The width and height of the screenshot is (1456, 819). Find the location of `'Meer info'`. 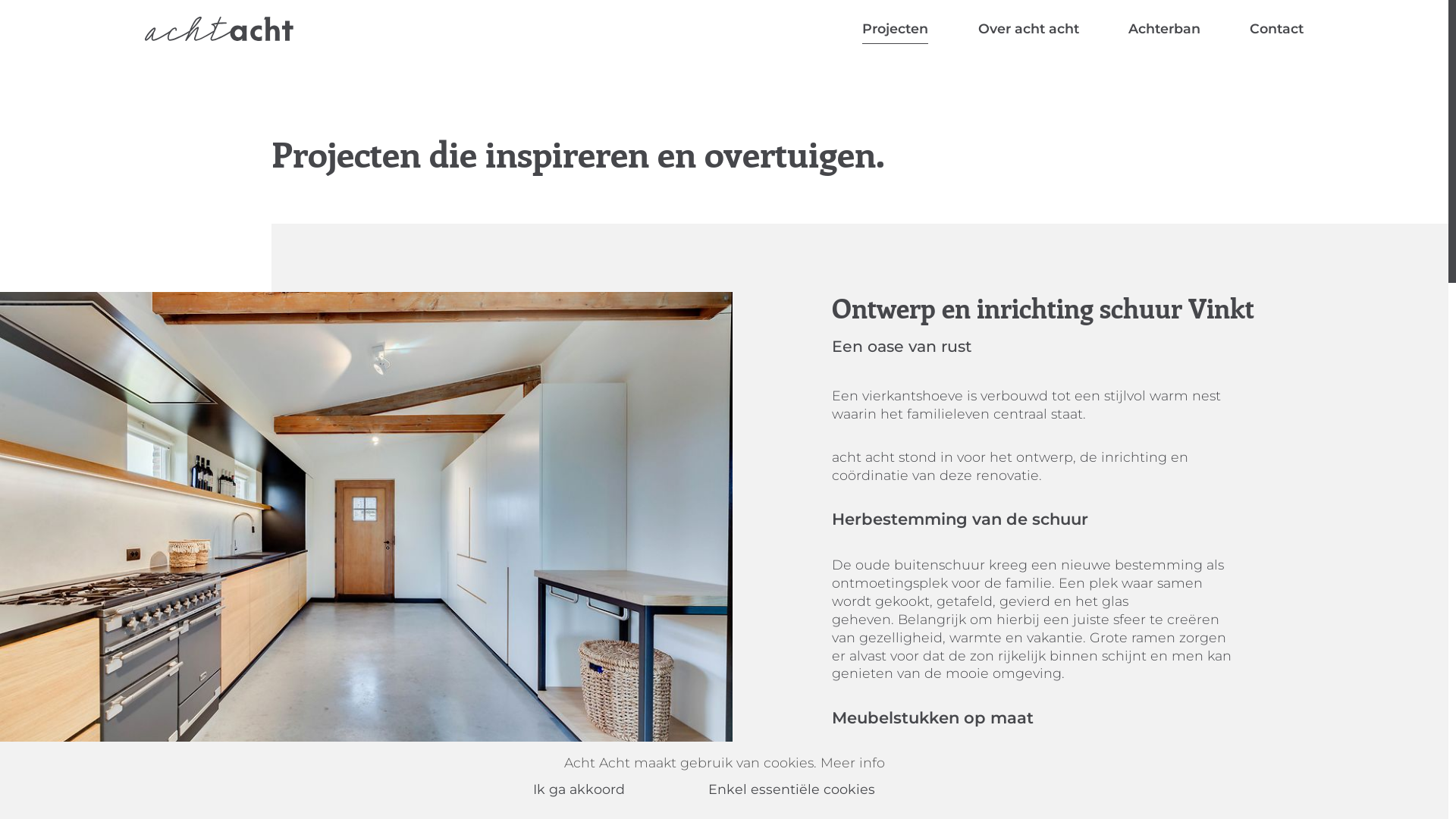

'Meer info' is located at coordinates (852, 762).